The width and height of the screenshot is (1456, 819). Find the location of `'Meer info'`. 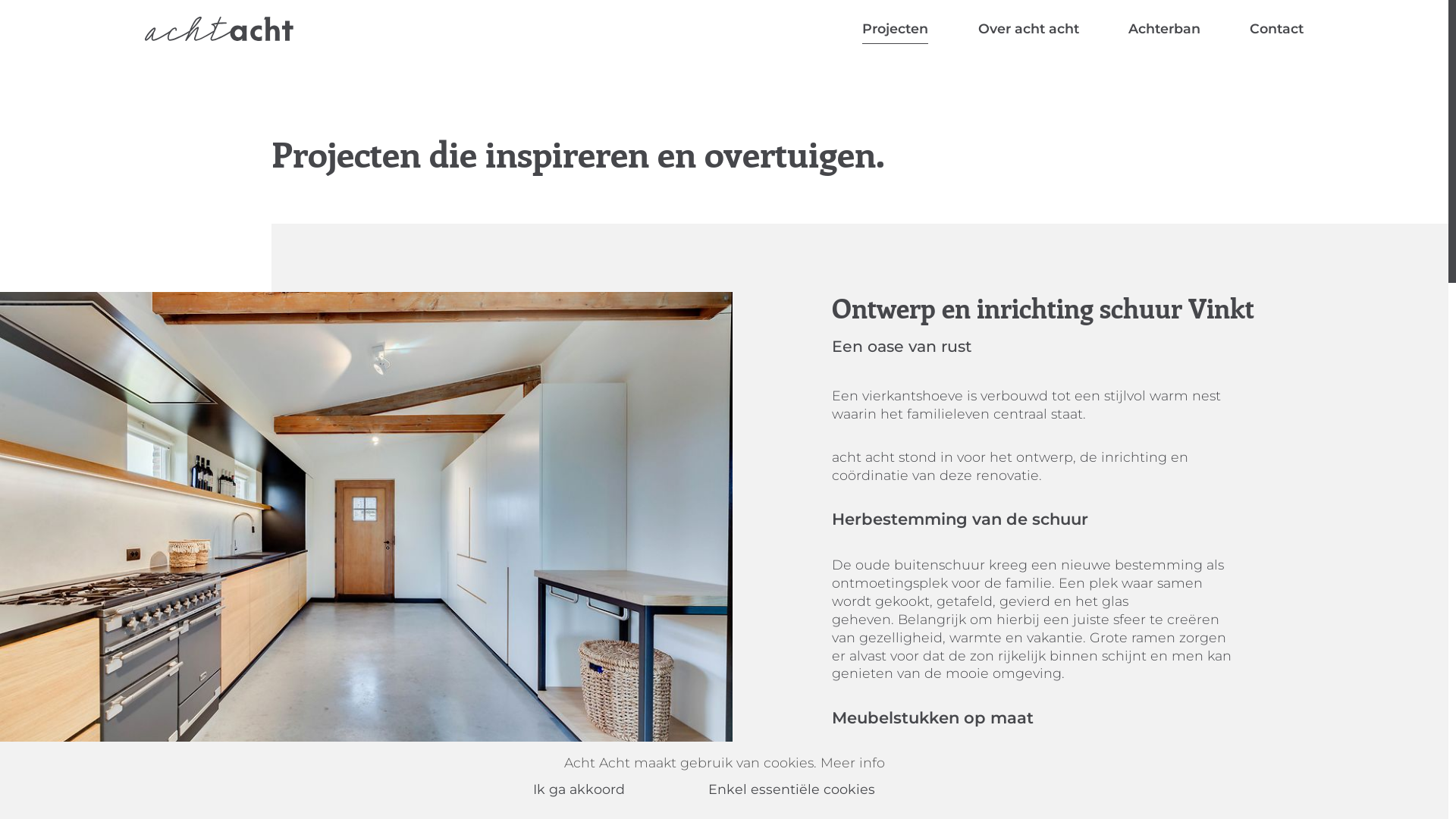

'Meer info' is located at coordinates (852, 762).